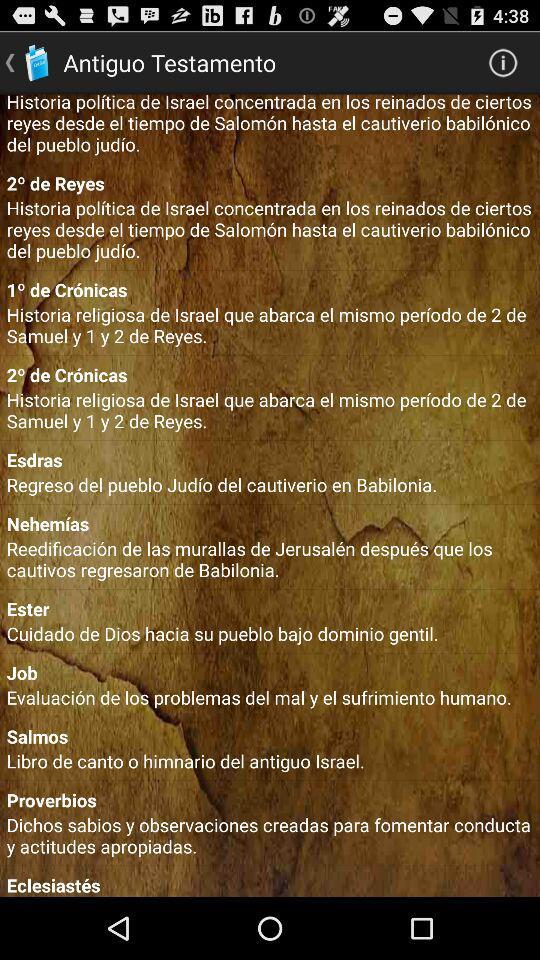  I want to click on the dichos sabios y item, so click(270, 835).